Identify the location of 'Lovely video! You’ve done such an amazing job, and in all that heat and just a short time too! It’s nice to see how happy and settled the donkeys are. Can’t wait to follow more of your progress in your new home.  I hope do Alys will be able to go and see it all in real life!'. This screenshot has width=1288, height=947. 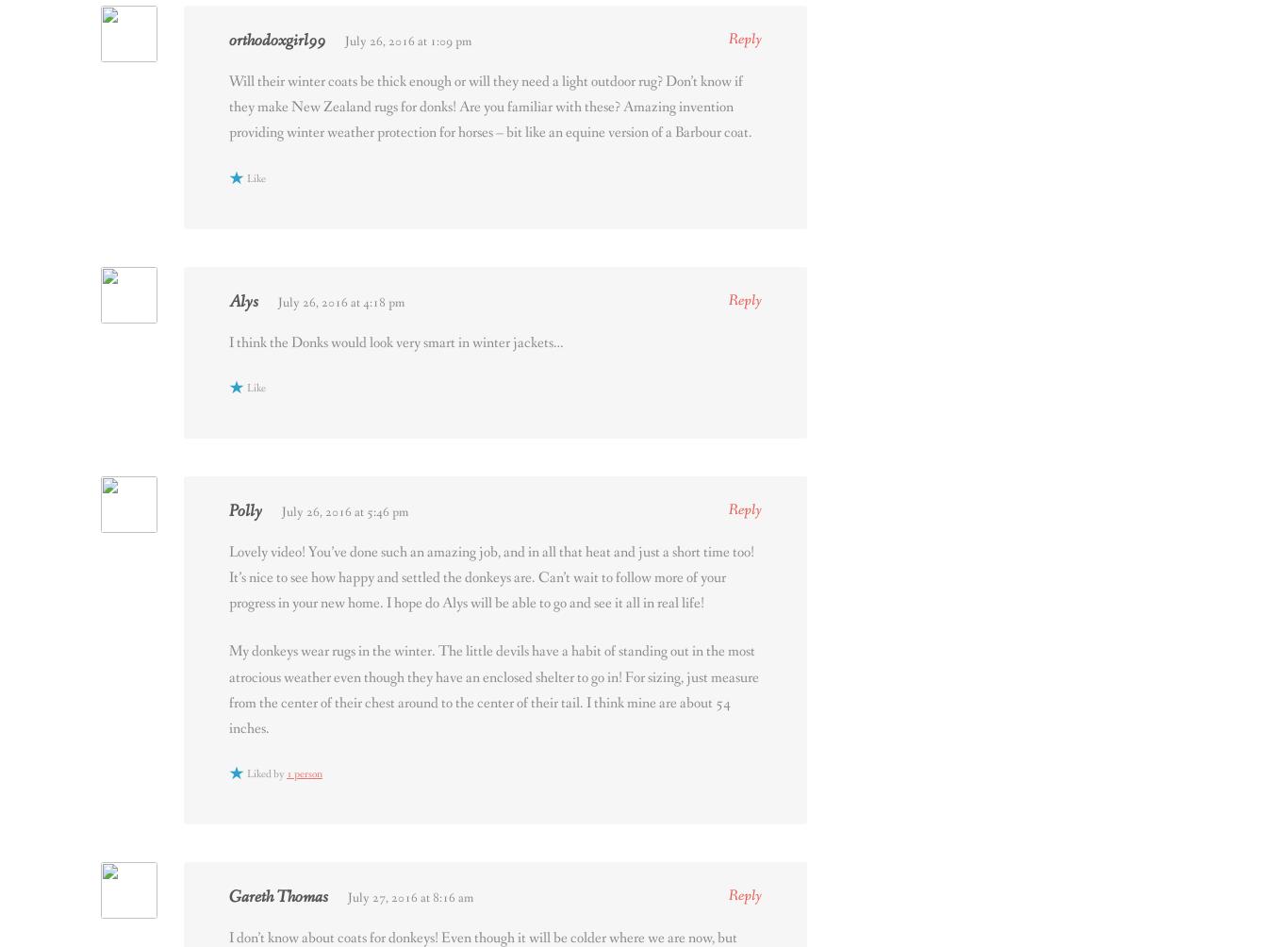
(229, 577).